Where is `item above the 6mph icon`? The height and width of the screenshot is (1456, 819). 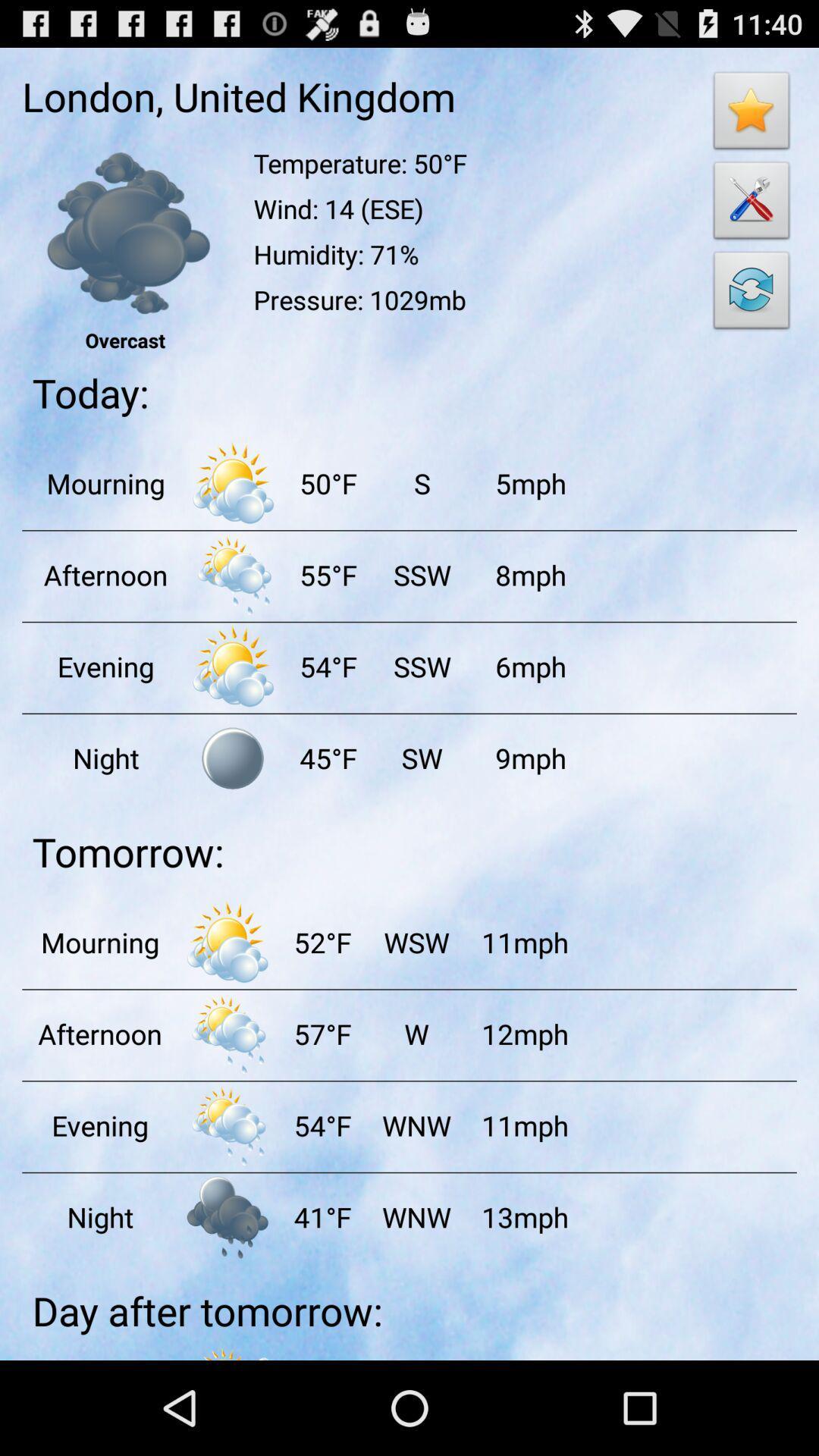
item above the 6mph icon is located at coordinates (529, 574).